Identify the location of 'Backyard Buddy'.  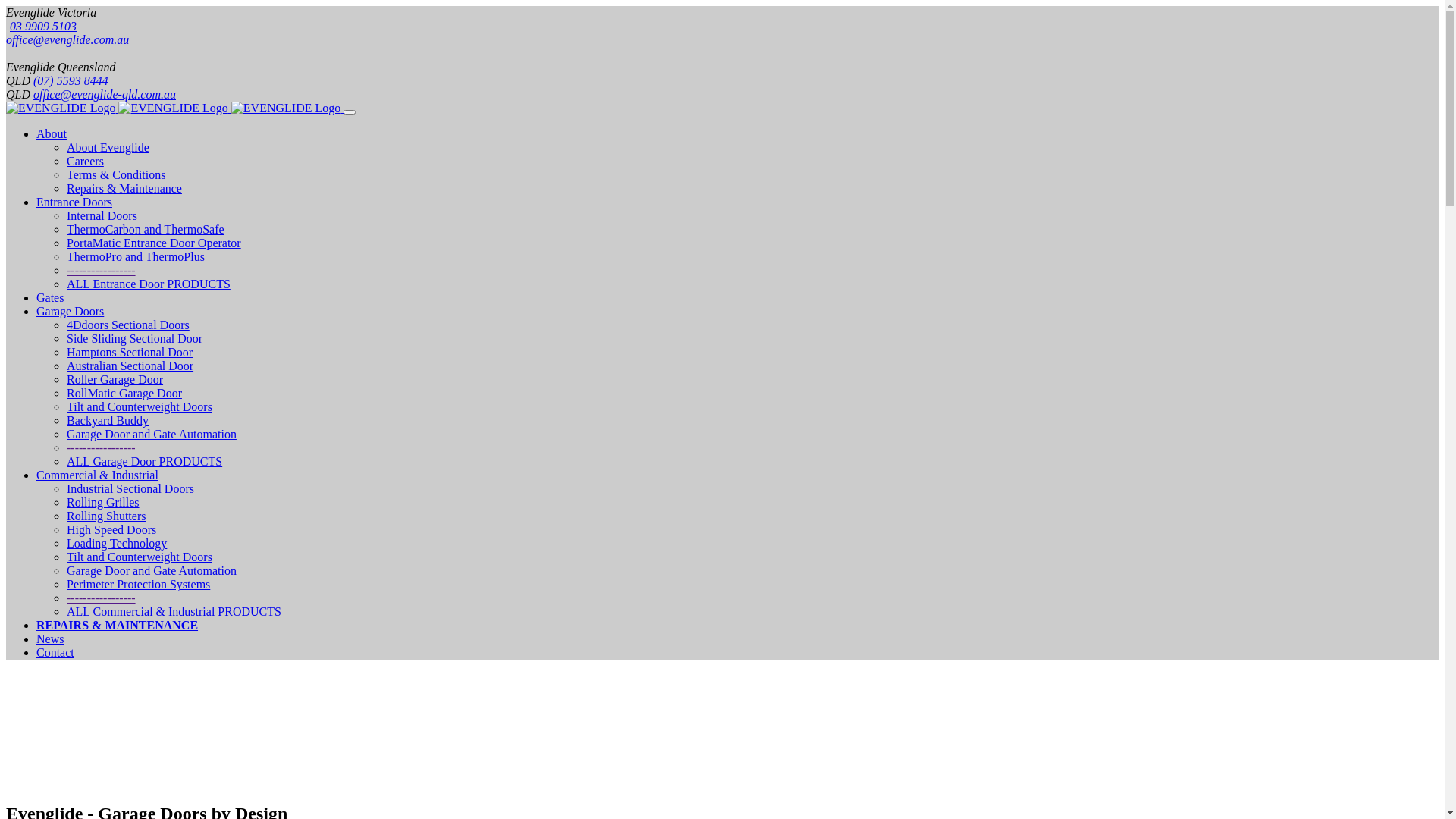
(107, 420).